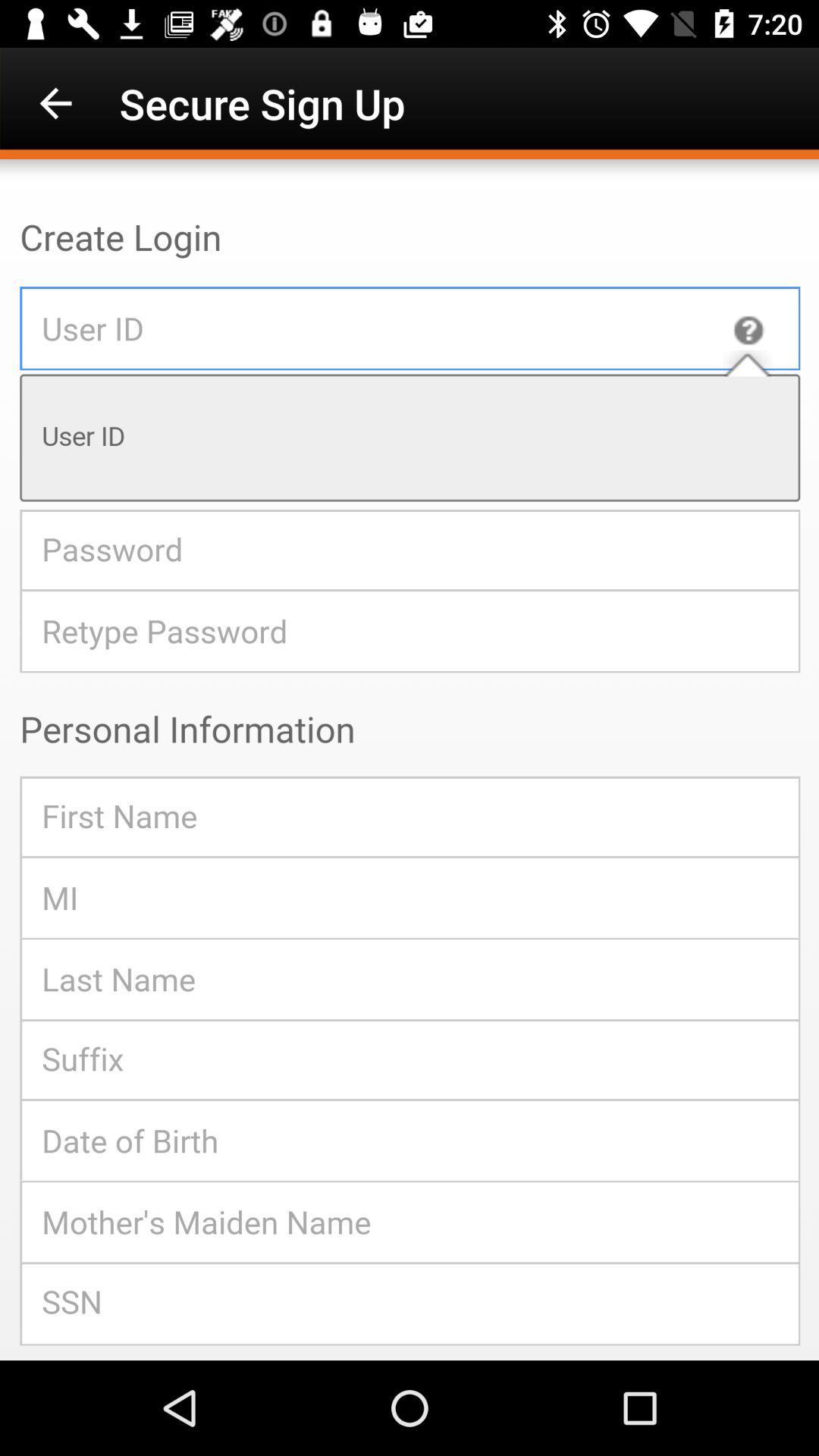 The width and height of the screenshot is (819, 1456). What do you see at coordinates (409, 760) in the screenshot?
I see `sign up page` at bounding box center [409, 760].